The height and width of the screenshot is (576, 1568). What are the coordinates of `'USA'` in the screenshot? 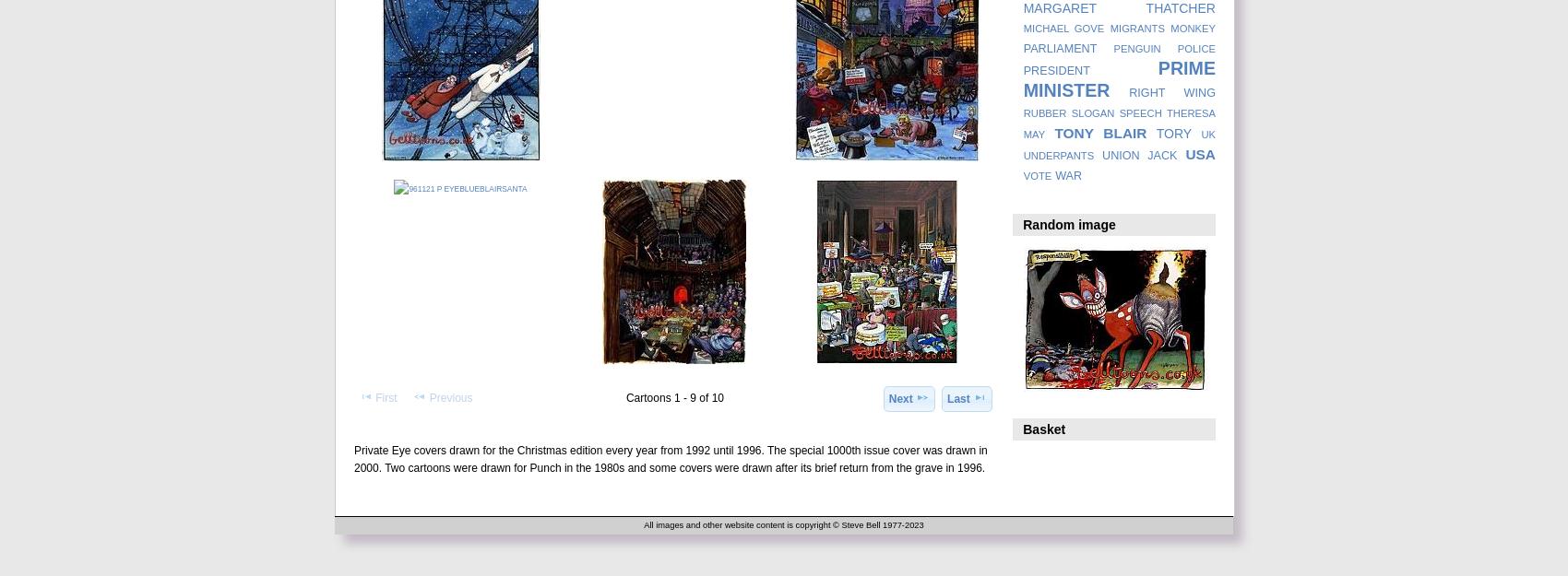 It's located at (1200, 153).